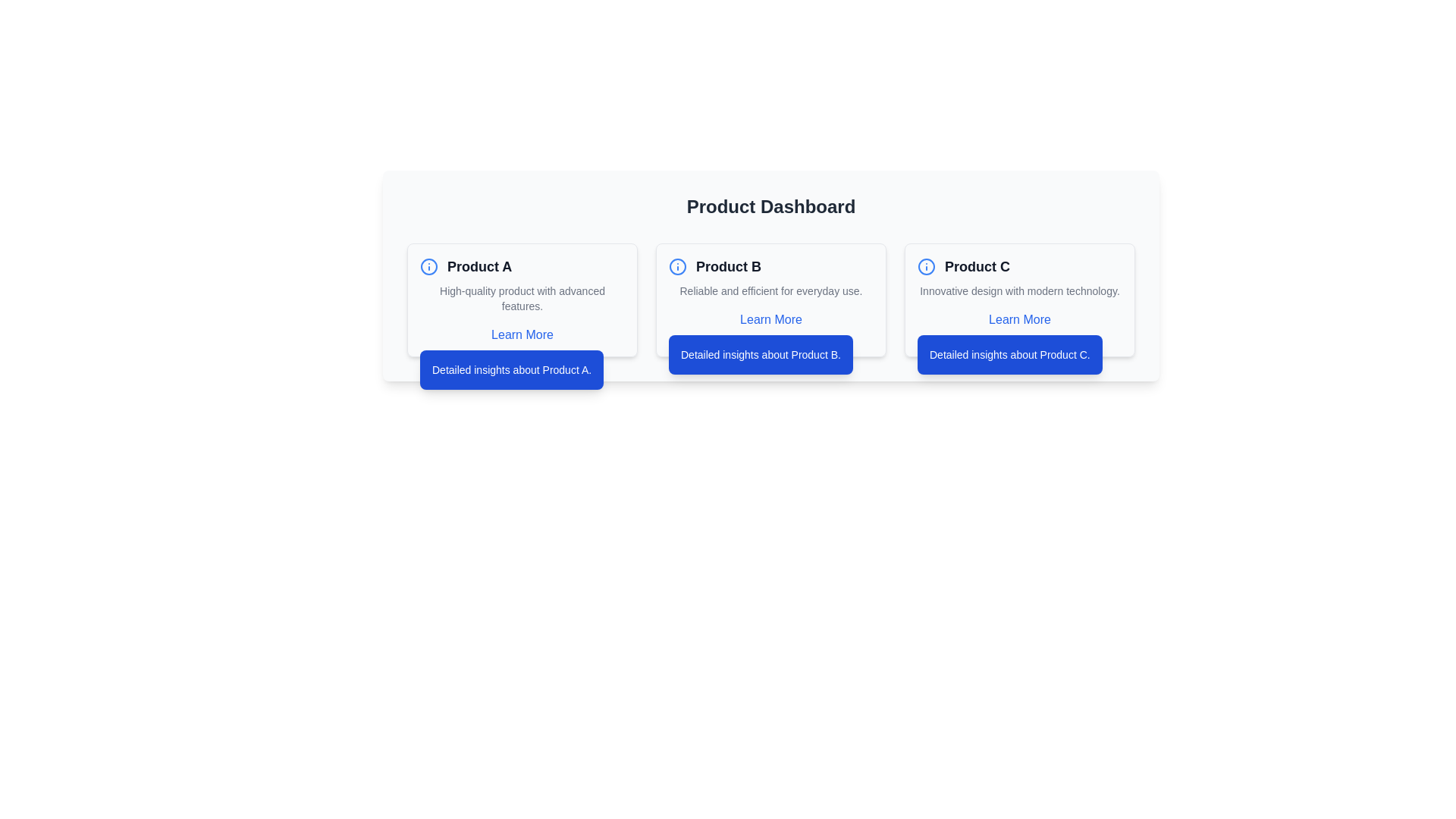 The height and width of the screenshot is (819, 1456). Describe the element at coordinates (1019, 318) in the screenshot. I see `the 'Learn More' hyperlink located below the description of 'Product C' in the Product Dashboard` at that location.